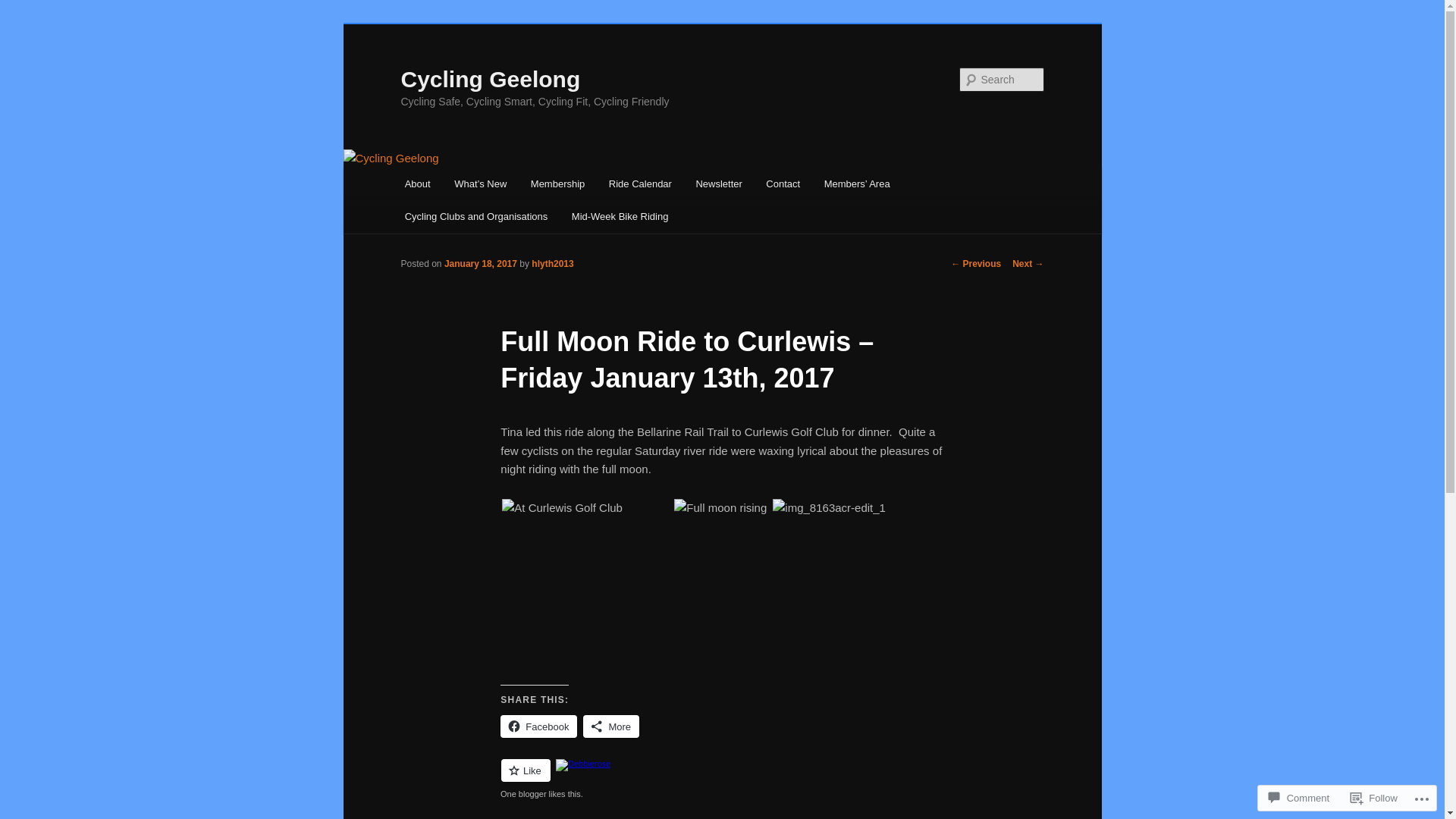 The width and height of the screenshot is (1456, 819). I want to click on 'Comment', so click(1298, 797).